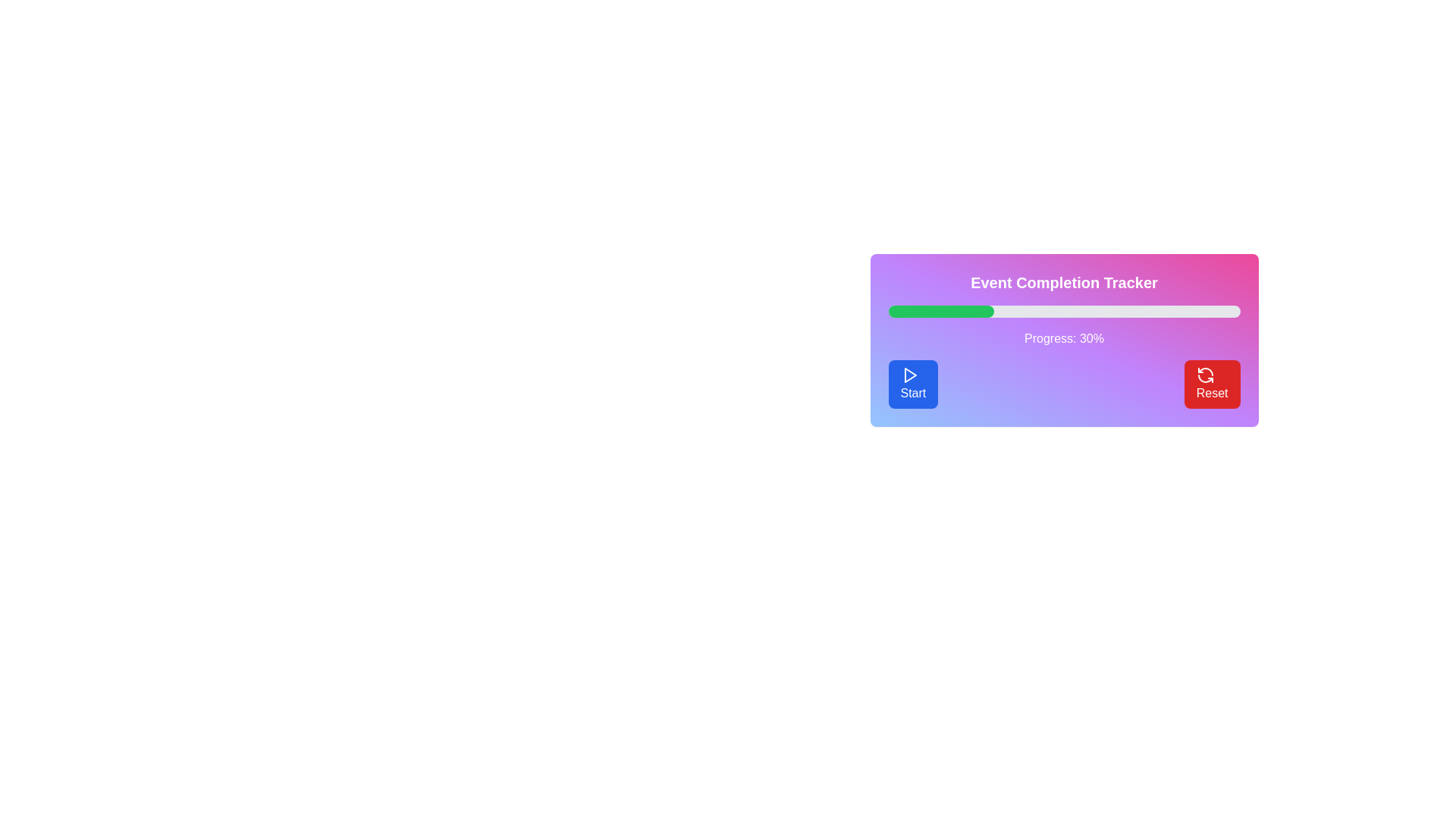 The image size is (1456, 819). I want to click on the green progress bar segment labeled 'Progress: 30%' within the 'Event Completion Tracker' interface, so click(940, 311).